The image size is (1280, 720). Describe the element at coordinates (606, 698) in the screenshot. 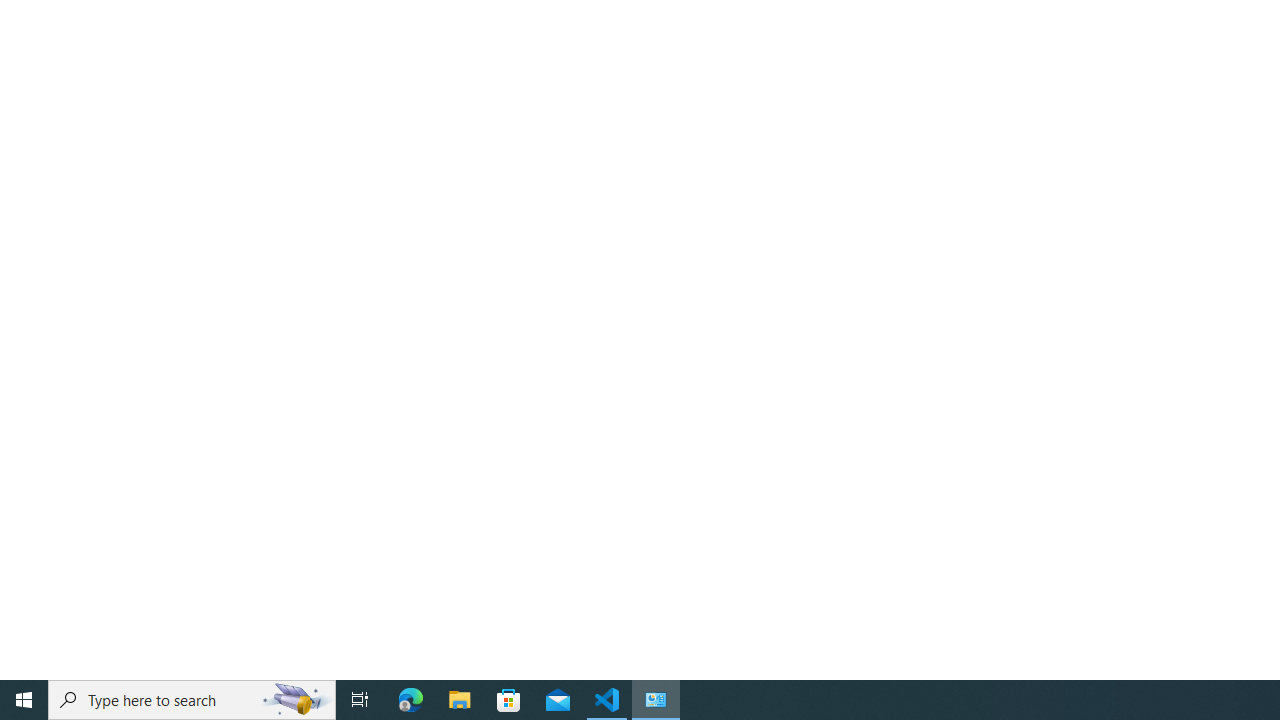

I see `'Visual Studio Code - 1 running window'` at that location.